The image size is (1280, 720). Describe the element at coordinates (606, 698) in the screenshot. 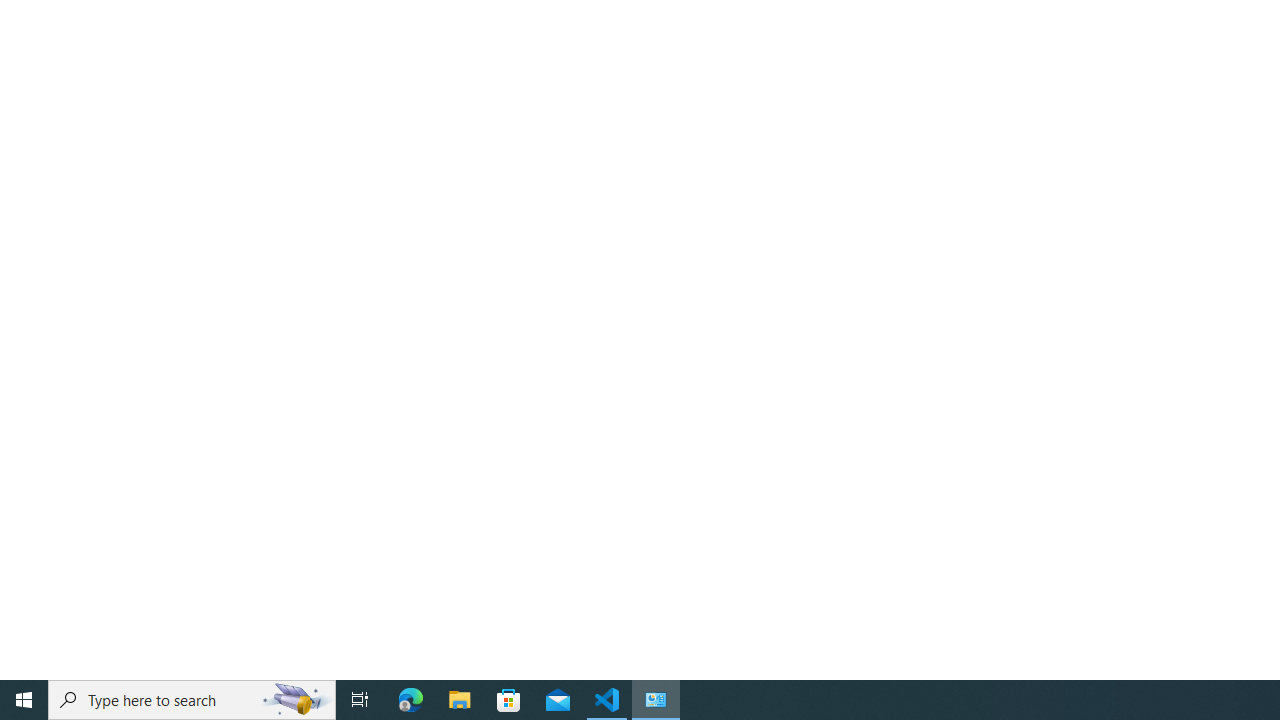

I see `'Visual Studio Code - 1 running window'` at that location.